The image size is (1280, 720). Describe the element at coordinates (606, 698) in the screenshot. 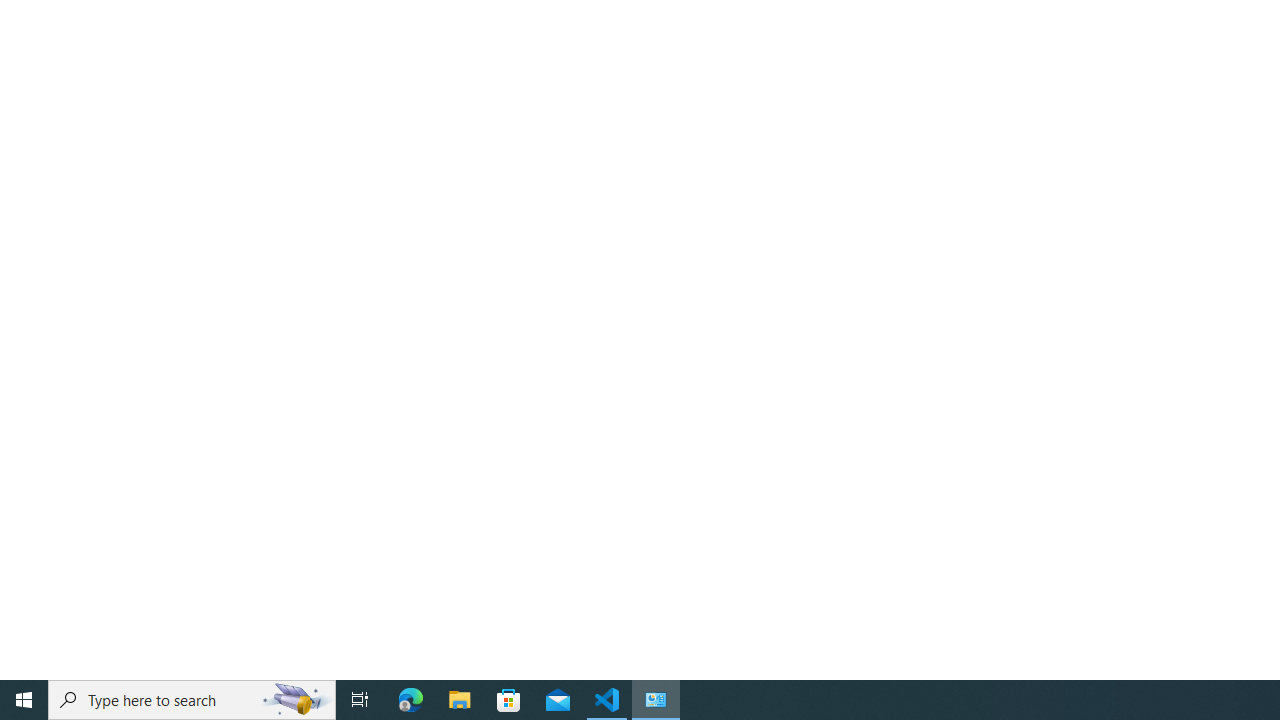

I see `'Visual Studio Code - 1 running window'` at that location.